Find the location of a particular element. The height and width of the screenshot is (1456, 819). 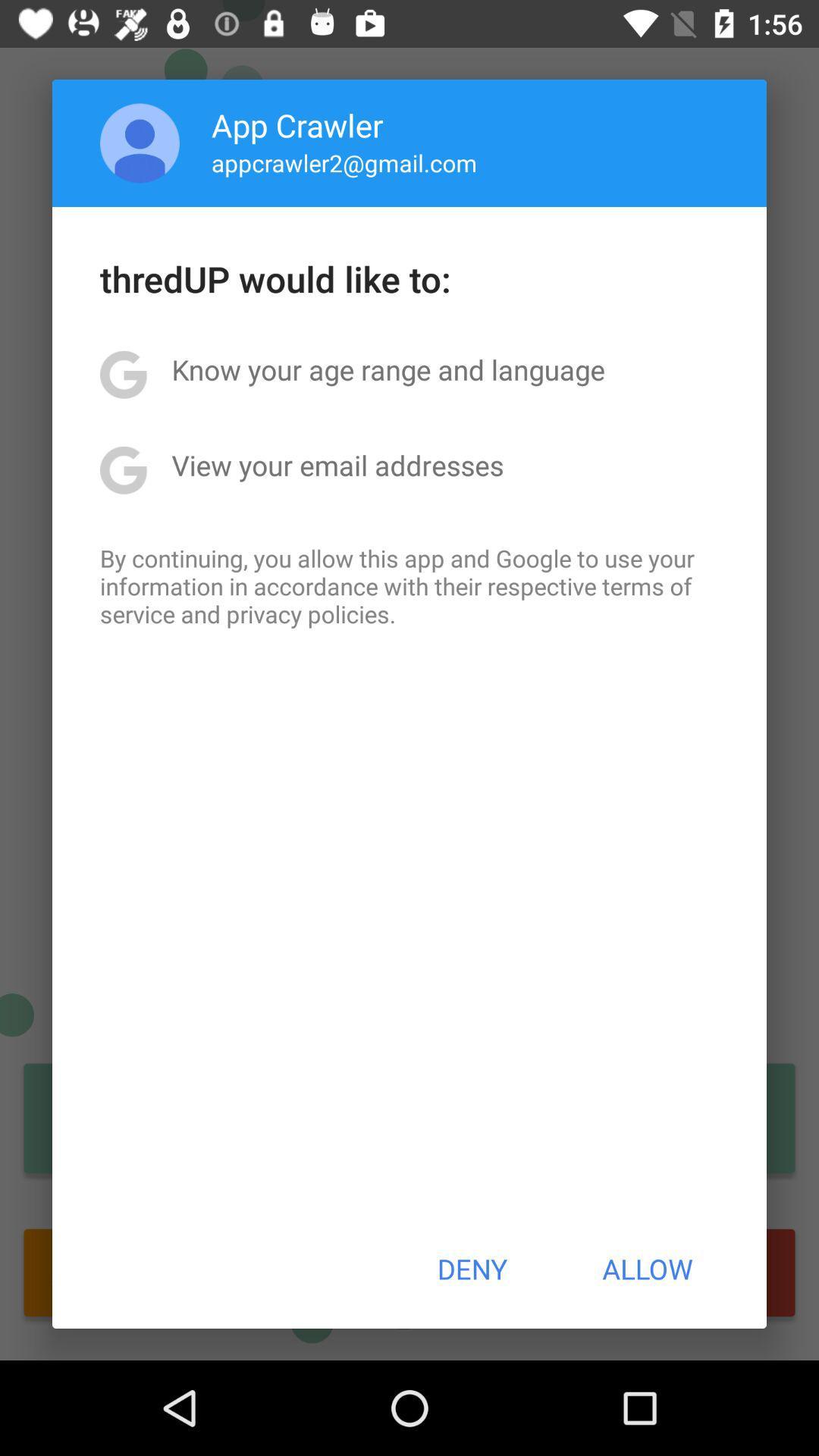

the deny button is located at coordinates (471, 1269).